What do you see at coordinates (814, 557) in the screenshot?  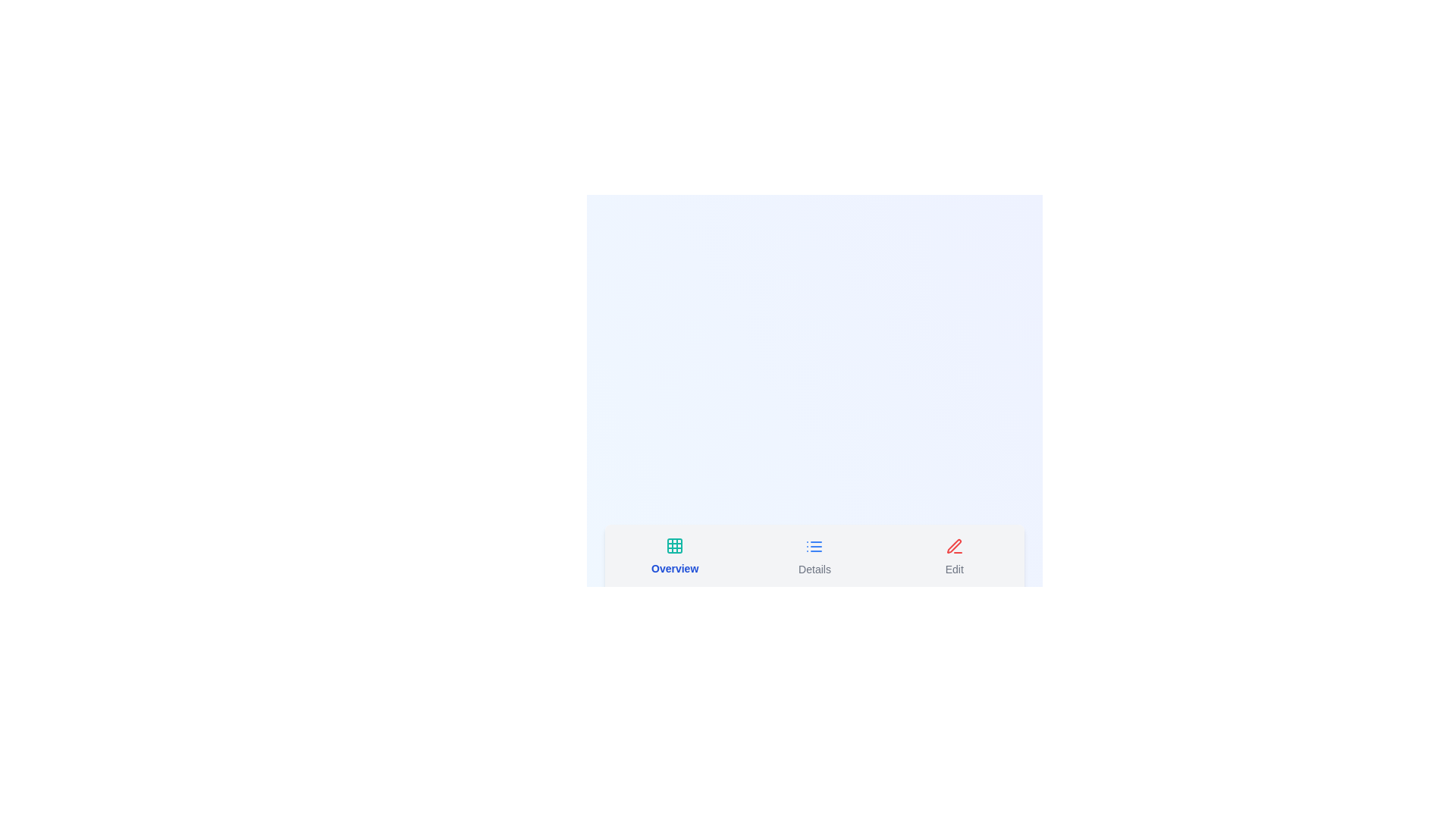 I see `the Details tab to inspect its layout and visual styling` at bounding box center [814, 557].